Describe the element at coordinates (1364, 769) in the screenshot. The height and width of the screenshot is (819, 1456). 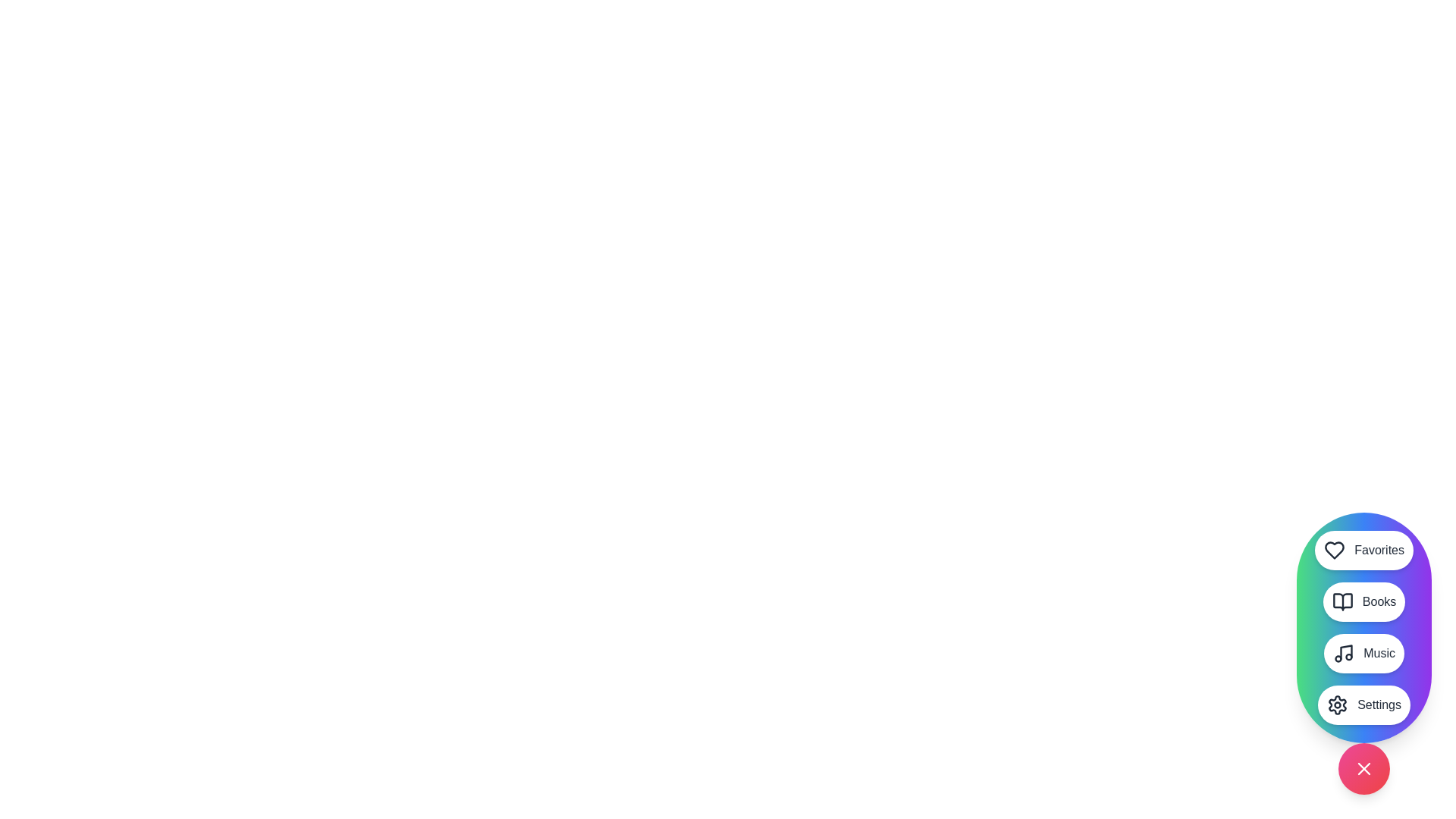
I see `floating action button located at the bottom-right corner of the screen` at that location.